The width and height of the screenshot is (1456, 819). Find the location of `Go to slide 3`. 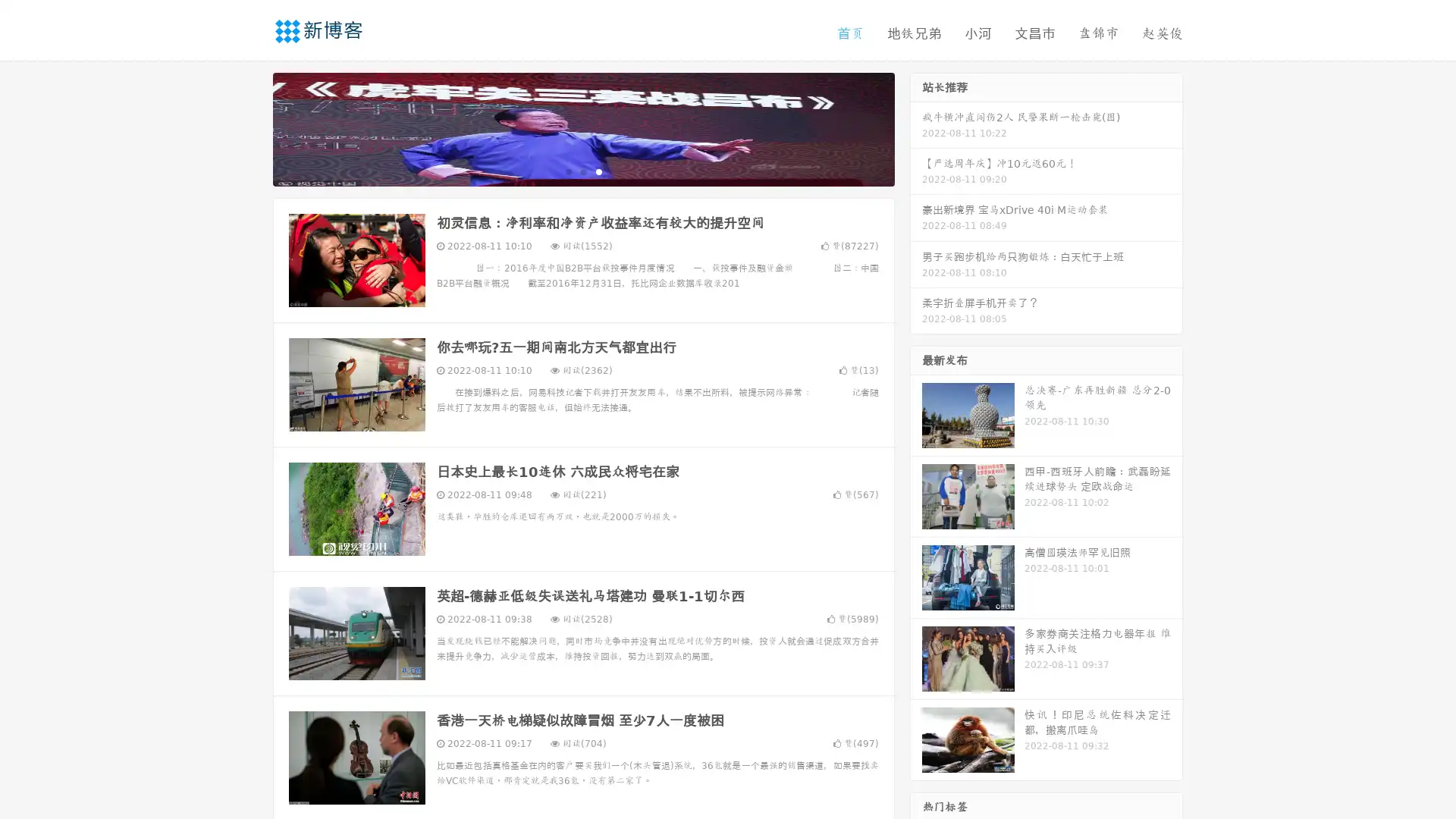

Go to slide 3 is located at coordinates (598, 171).